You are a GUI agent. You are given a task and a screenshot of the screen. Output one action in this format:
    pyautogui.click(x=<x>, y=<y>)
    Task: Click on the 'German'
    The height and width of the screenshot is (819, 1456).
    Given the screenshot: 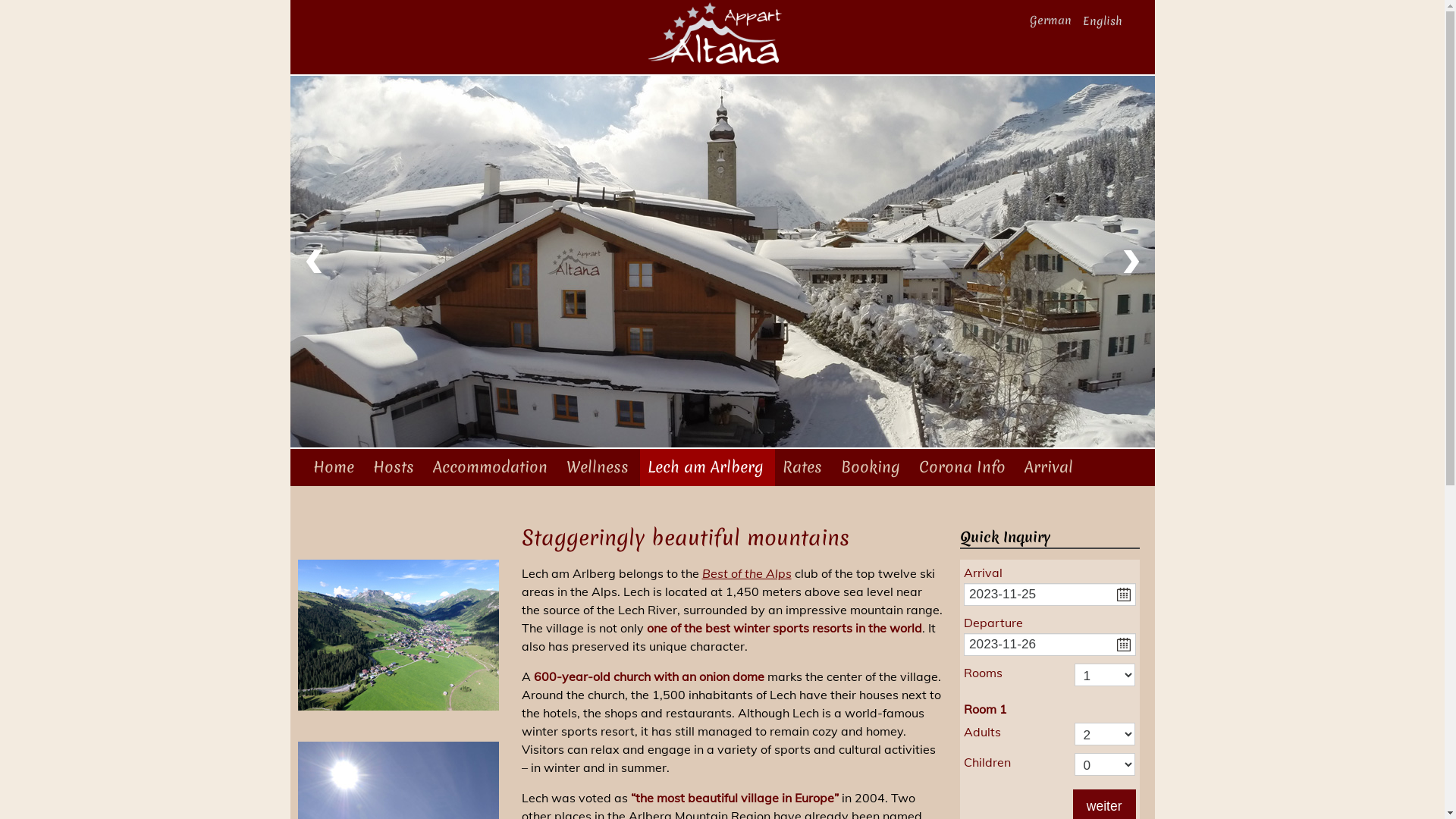 What is the action you would take?
    pyautogui.click(x=1051, y=20)
    